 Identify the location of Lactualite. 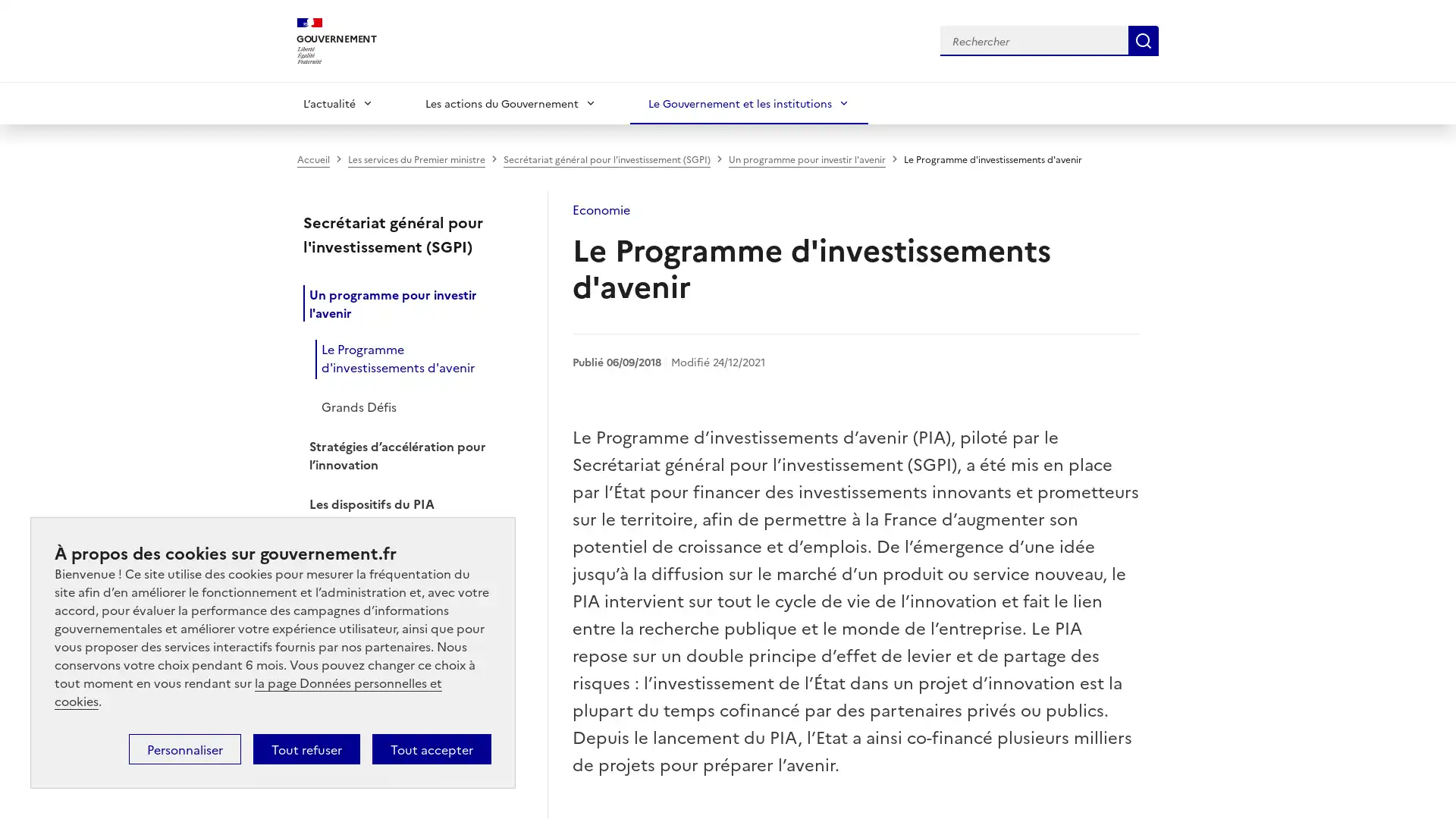
(337, 102).